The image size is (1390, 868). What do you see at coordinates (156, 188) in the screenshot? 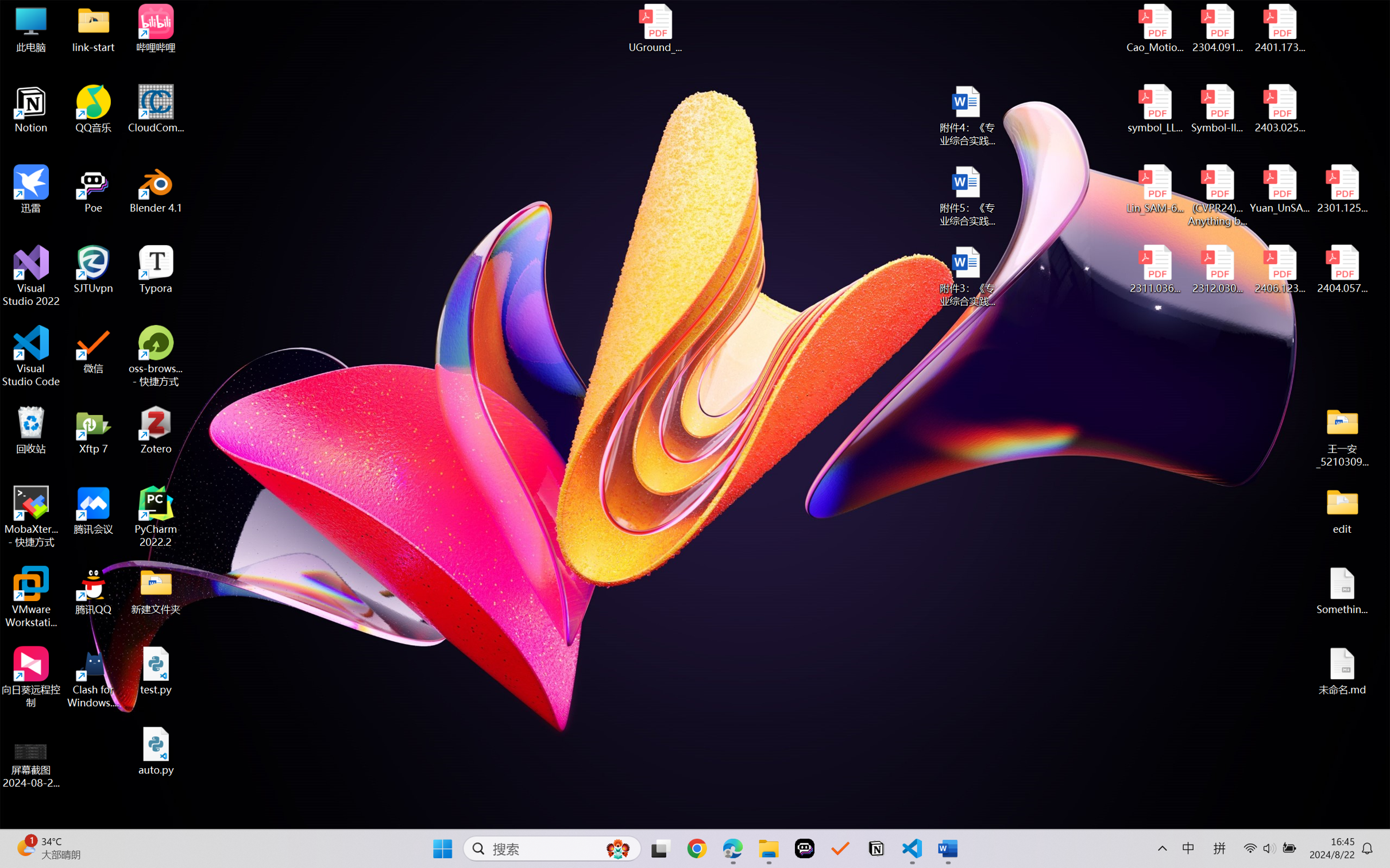
I see `'Blender 4.1'` at bounding box center [156, 188].